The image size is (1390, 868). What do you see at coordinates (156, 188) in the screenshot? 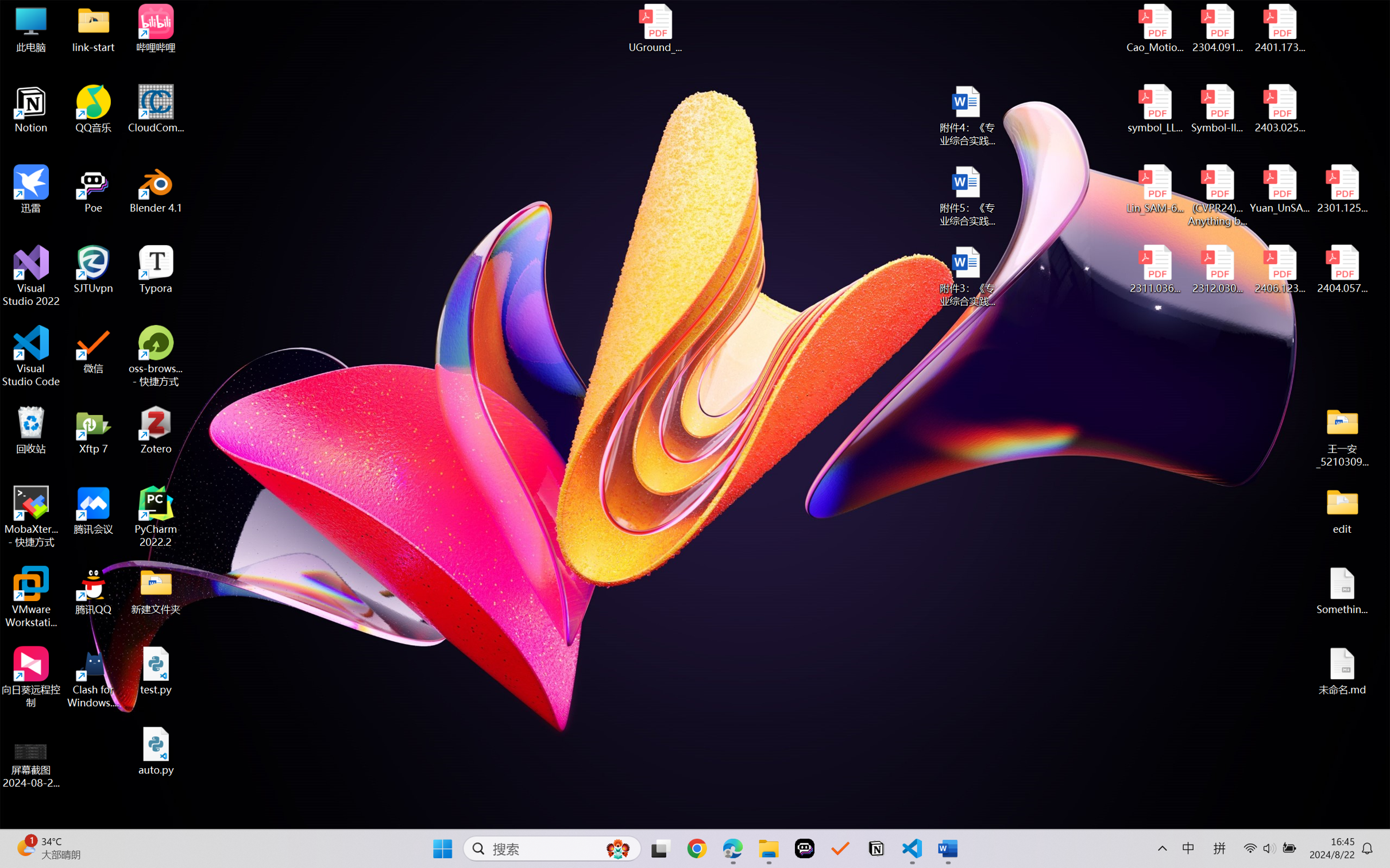
I see `'Blender 4.1'` at bounding box center [156, 188].